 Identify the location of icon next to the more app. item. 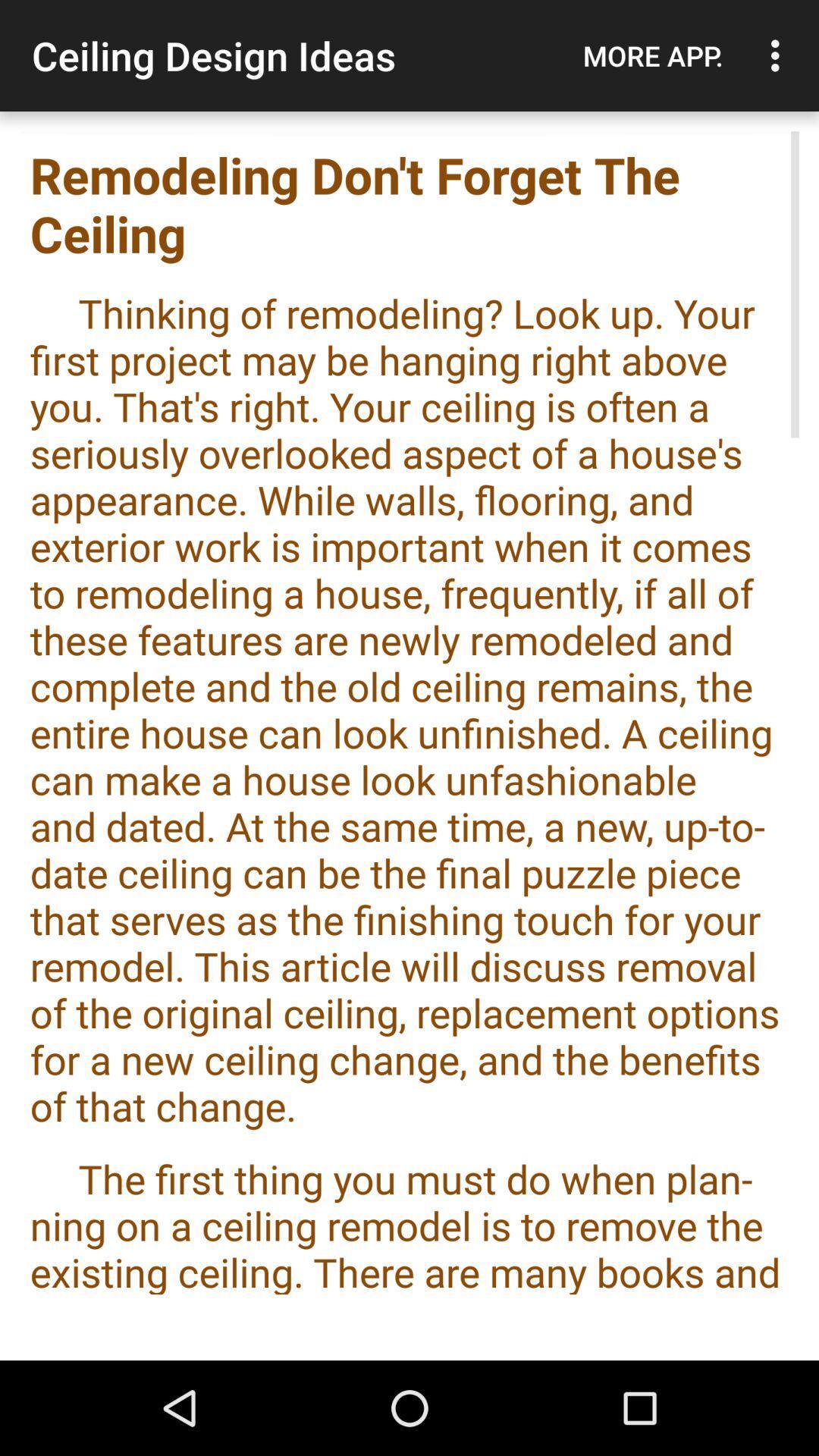
(779, 55).